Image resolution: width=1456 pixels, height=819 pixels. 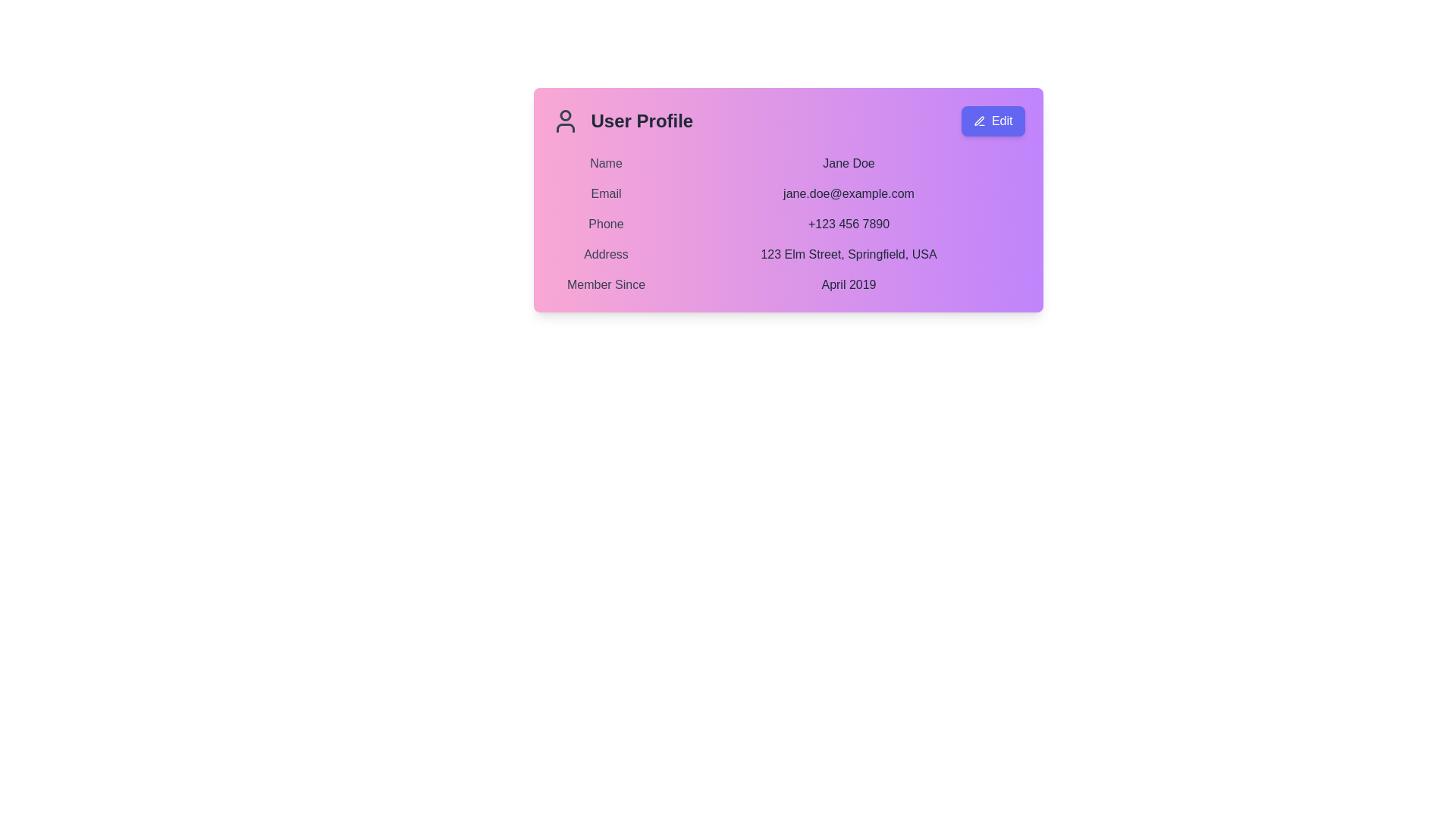 What do you see at coordinates (993, 120) in the screenshot?
I see `the edit button located in the top-right corner of the 'User Profile' section` at bounding box center [993, 120].